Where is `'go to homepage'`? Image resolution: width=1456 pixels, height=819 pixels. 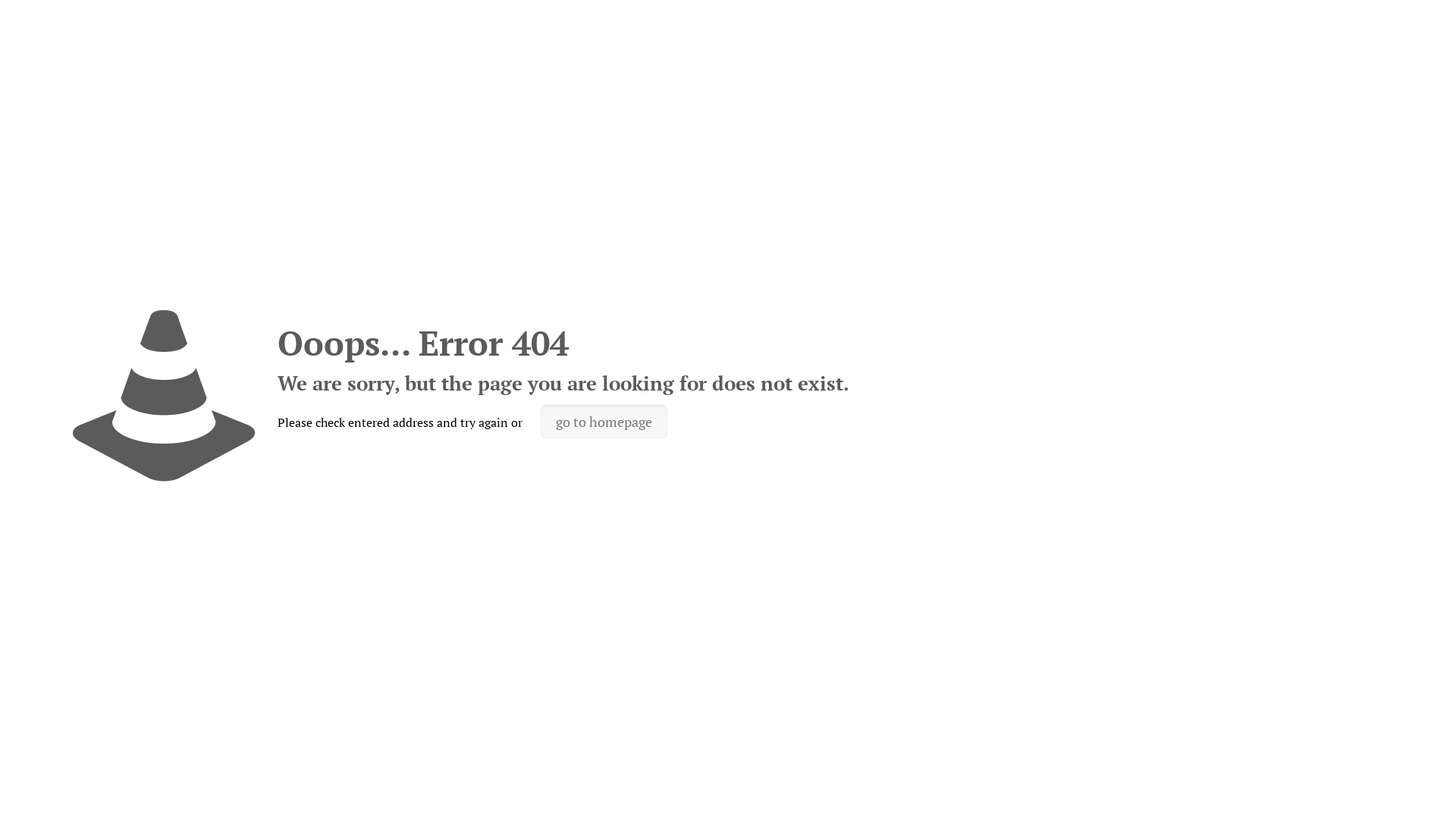
'go to homepage' is located at coordinates (541, 421).